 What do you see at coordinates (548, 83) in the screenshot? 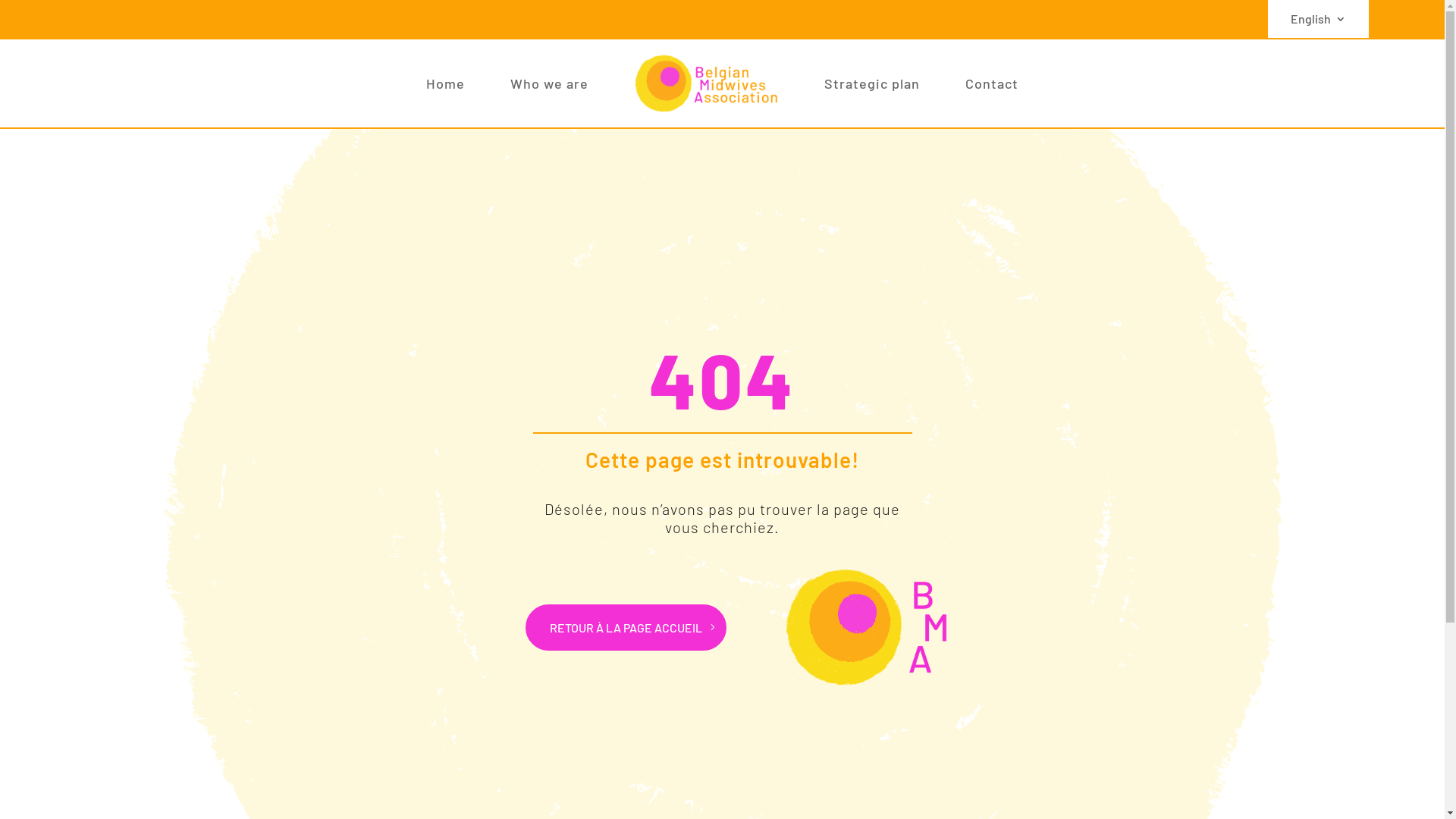
I see `'Who we are'` at bounding box center [548, 83].